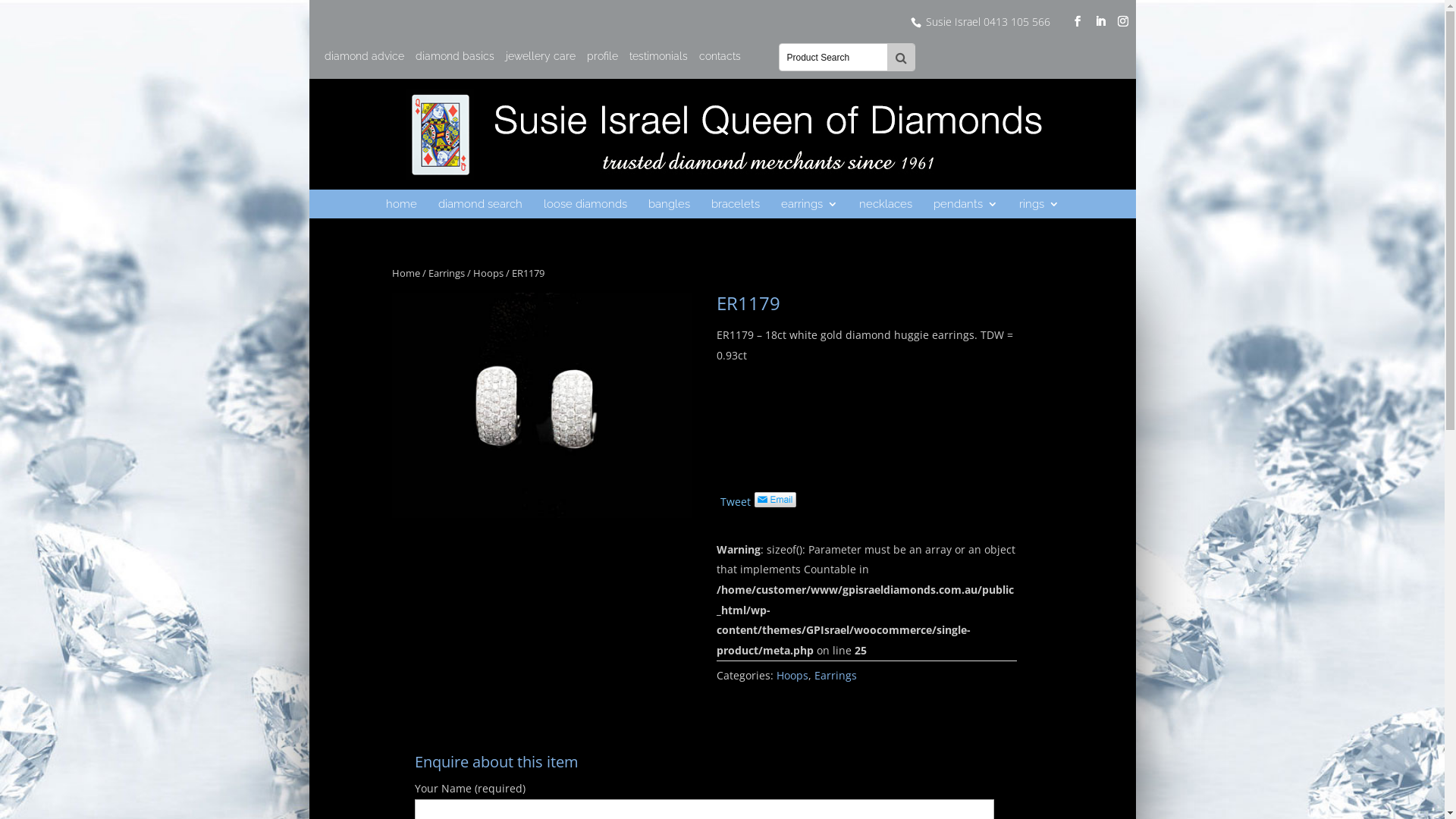 Image resolution: width=1456 pixels, height=819 pixels. What do you see at coordinates (539, 60) in the screenshot?
I see `'jewellery care'` at bounding box center [539, 60].